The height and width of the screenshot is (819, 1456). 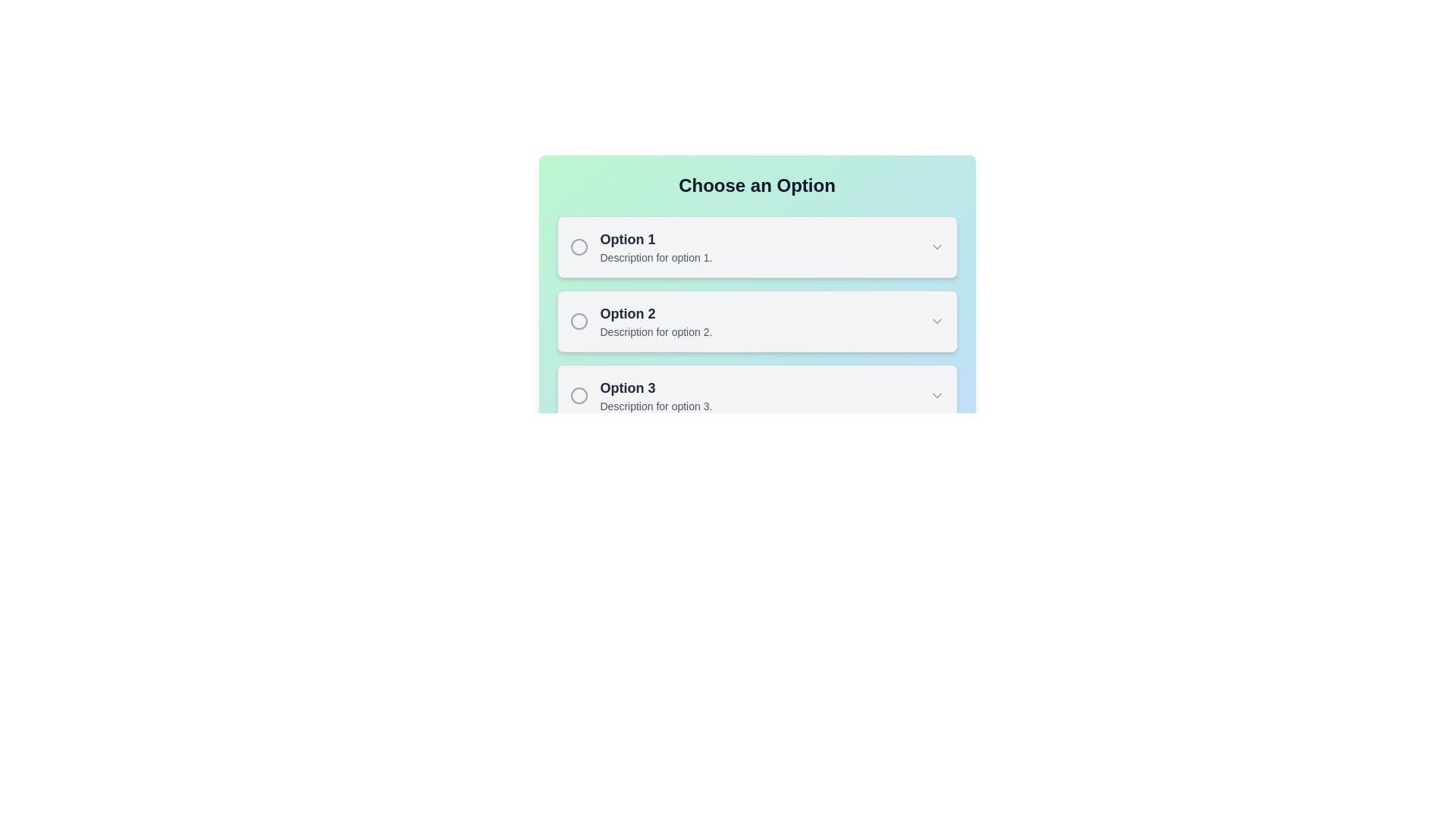 What do you see at coordinates (936, 321) in the screenshot?
I see `the downward-pointing gray arrow icon at the far-right end of the 'Option 2' entry` at bounding box center [936, 321].